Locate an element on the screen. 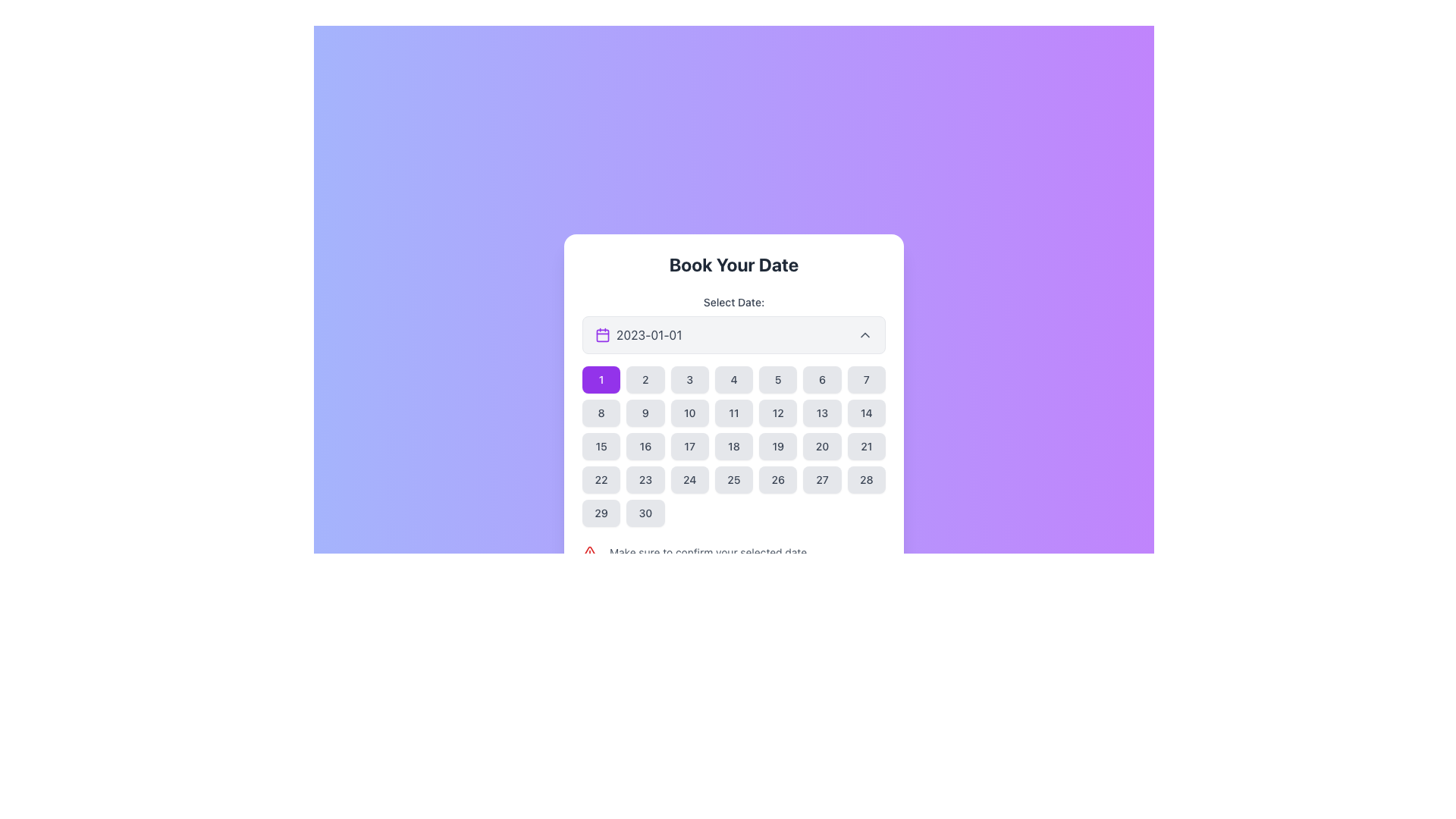  the date selection button for the 23rd in the calendar interface, located in the last row of the grid, second button from the left is located at coordinates (645, 479).